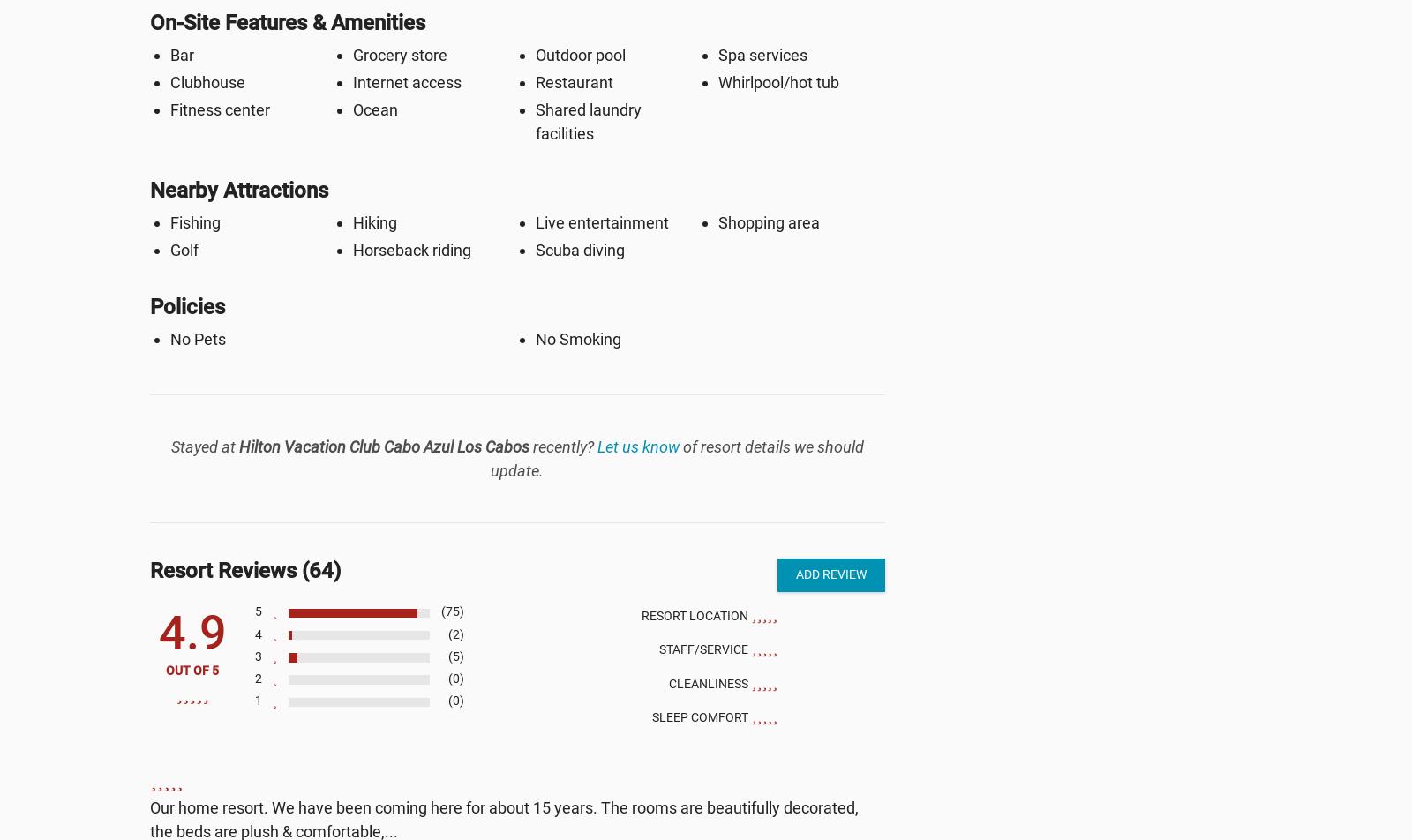 The width and height of the screenshot is (1412, 840). I want to click on '1', so click(258, 701).